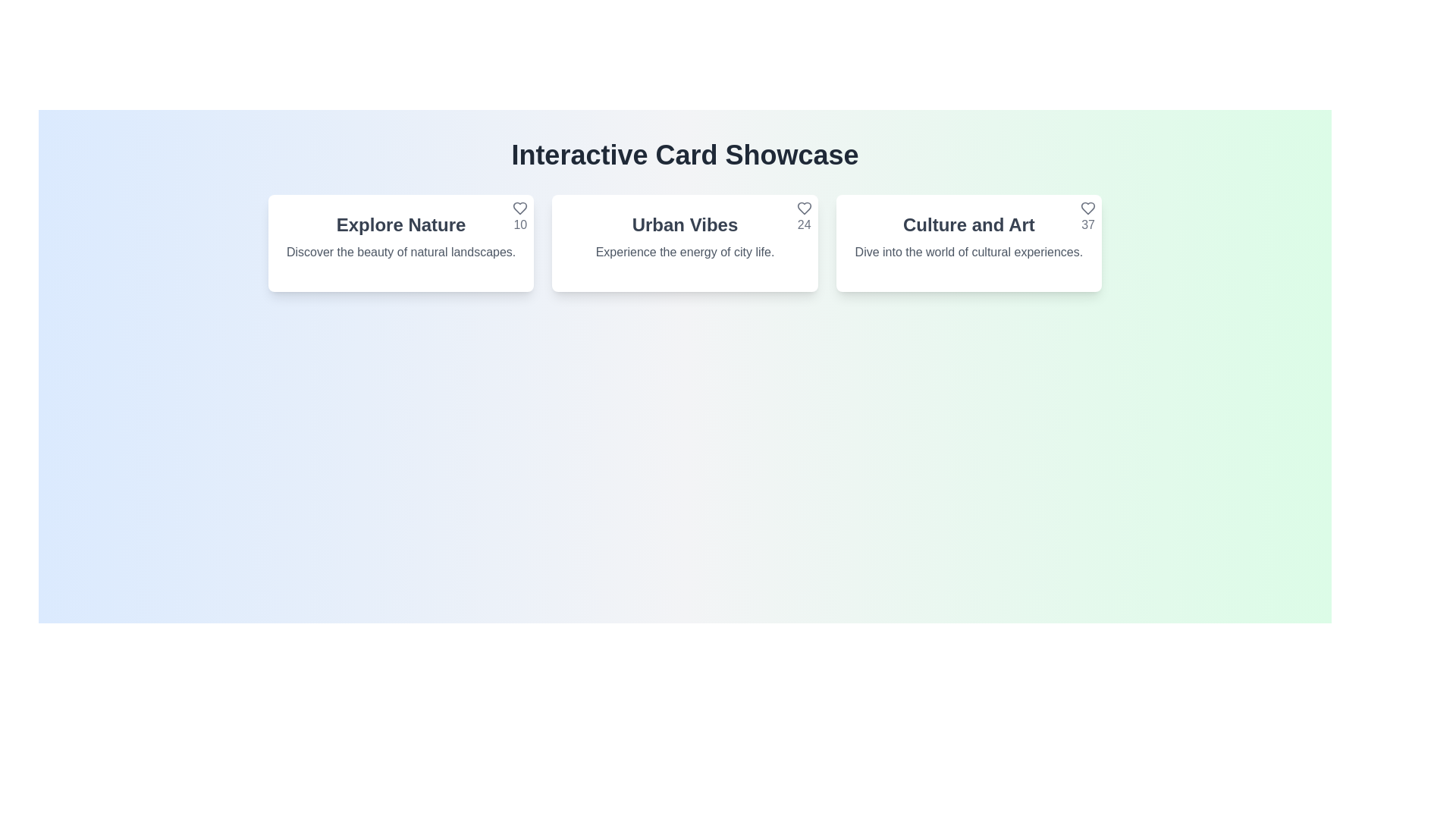 Image resolution: width=1456 pixels, height=819 pixels. Describe the element at coordinates (1087, 217) in the screenshot. I see `the heart icon with the numeric text '37' located in the top-right corner of the 'Culture and Art' card` at that location.